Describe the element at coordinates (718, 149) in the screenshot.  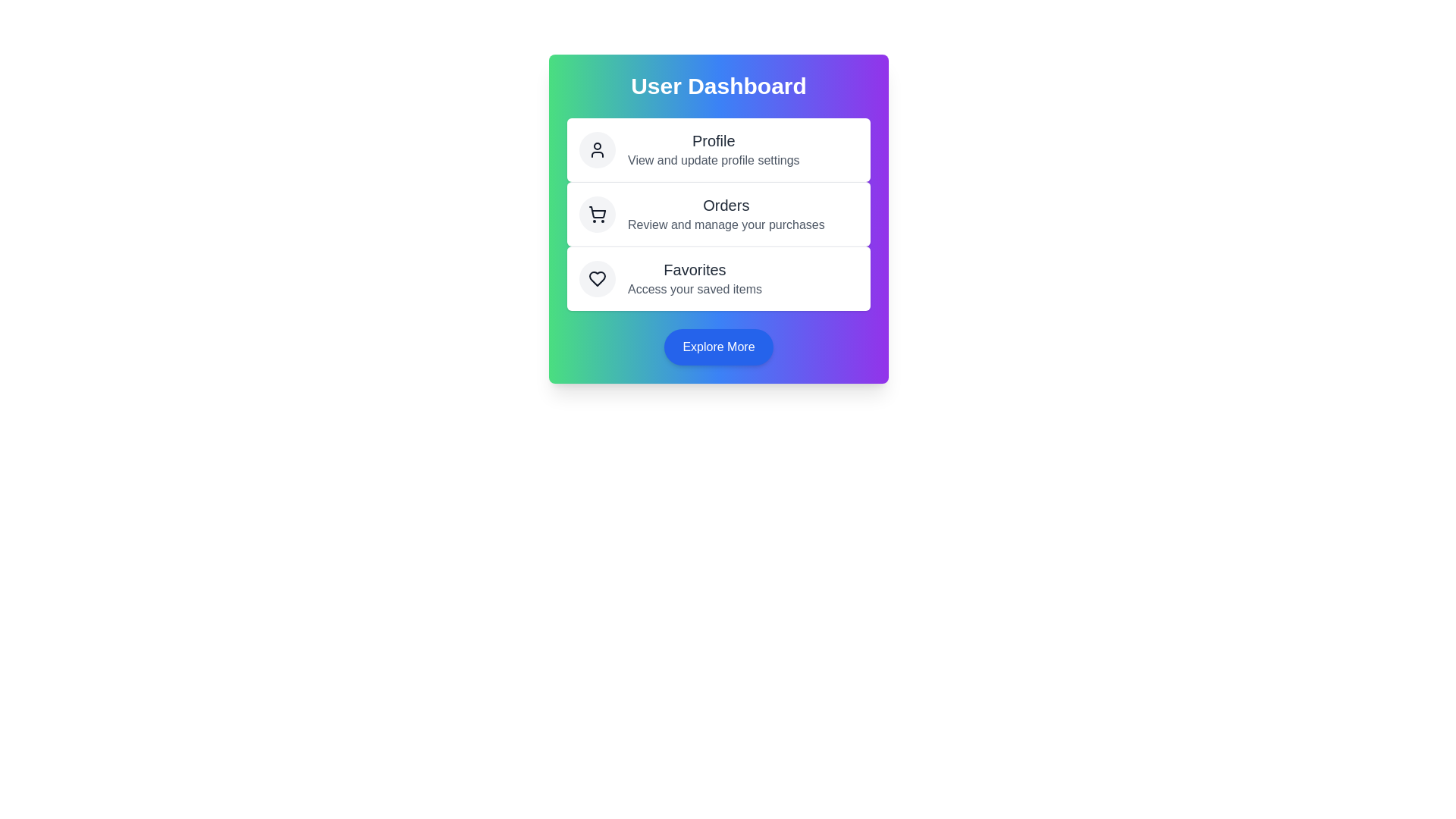
I see `the action Profile to observe the hover effect` at that location.